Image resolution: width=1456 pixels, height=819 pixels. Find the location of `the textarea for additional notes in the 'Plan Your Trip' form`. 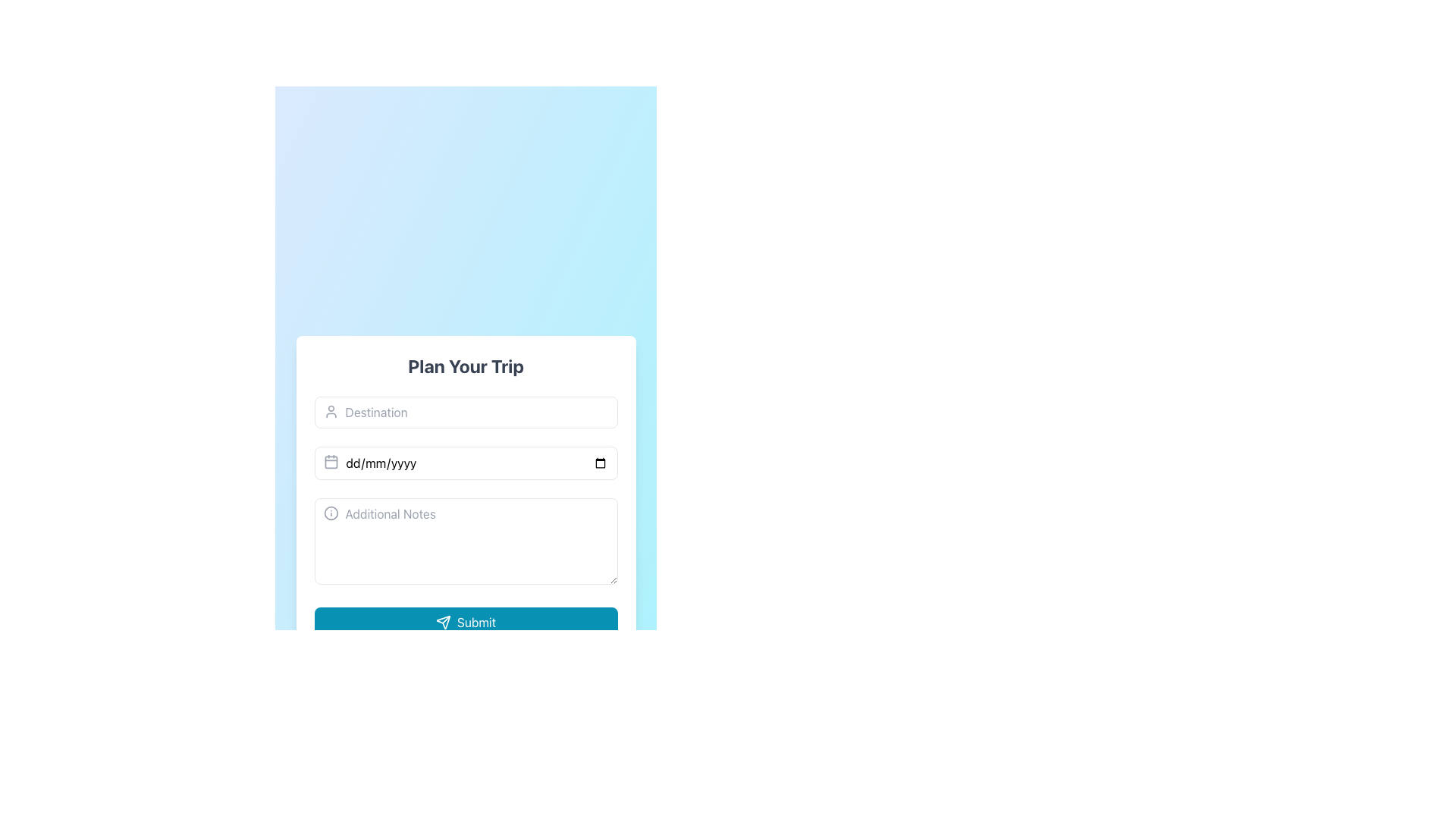

the textarea for additional notes in the 'Plan Your Trip' form is located at coordinates (465, 543).